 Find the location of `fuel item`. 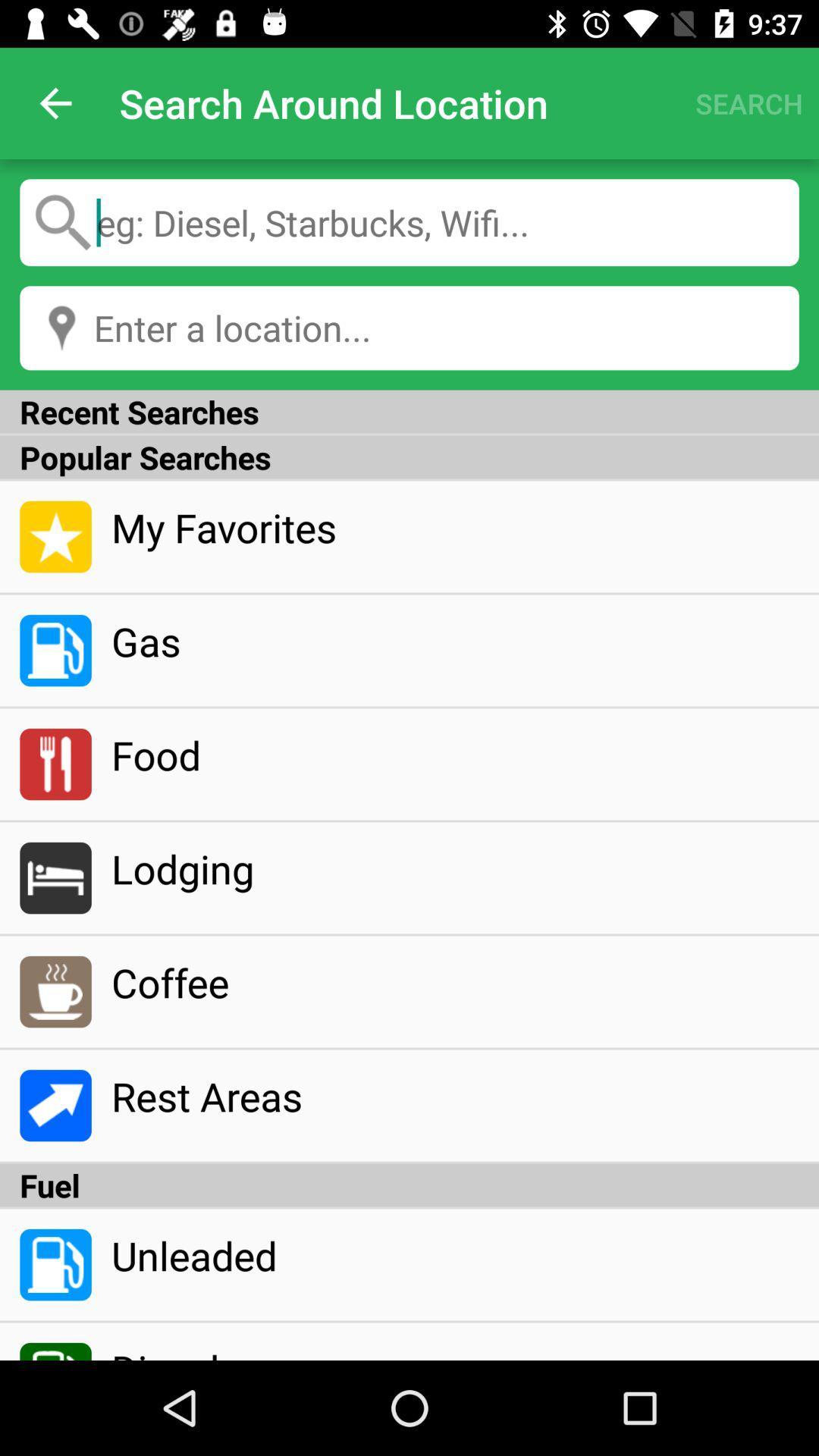

fuel item is located at coordinates (409, 1185).